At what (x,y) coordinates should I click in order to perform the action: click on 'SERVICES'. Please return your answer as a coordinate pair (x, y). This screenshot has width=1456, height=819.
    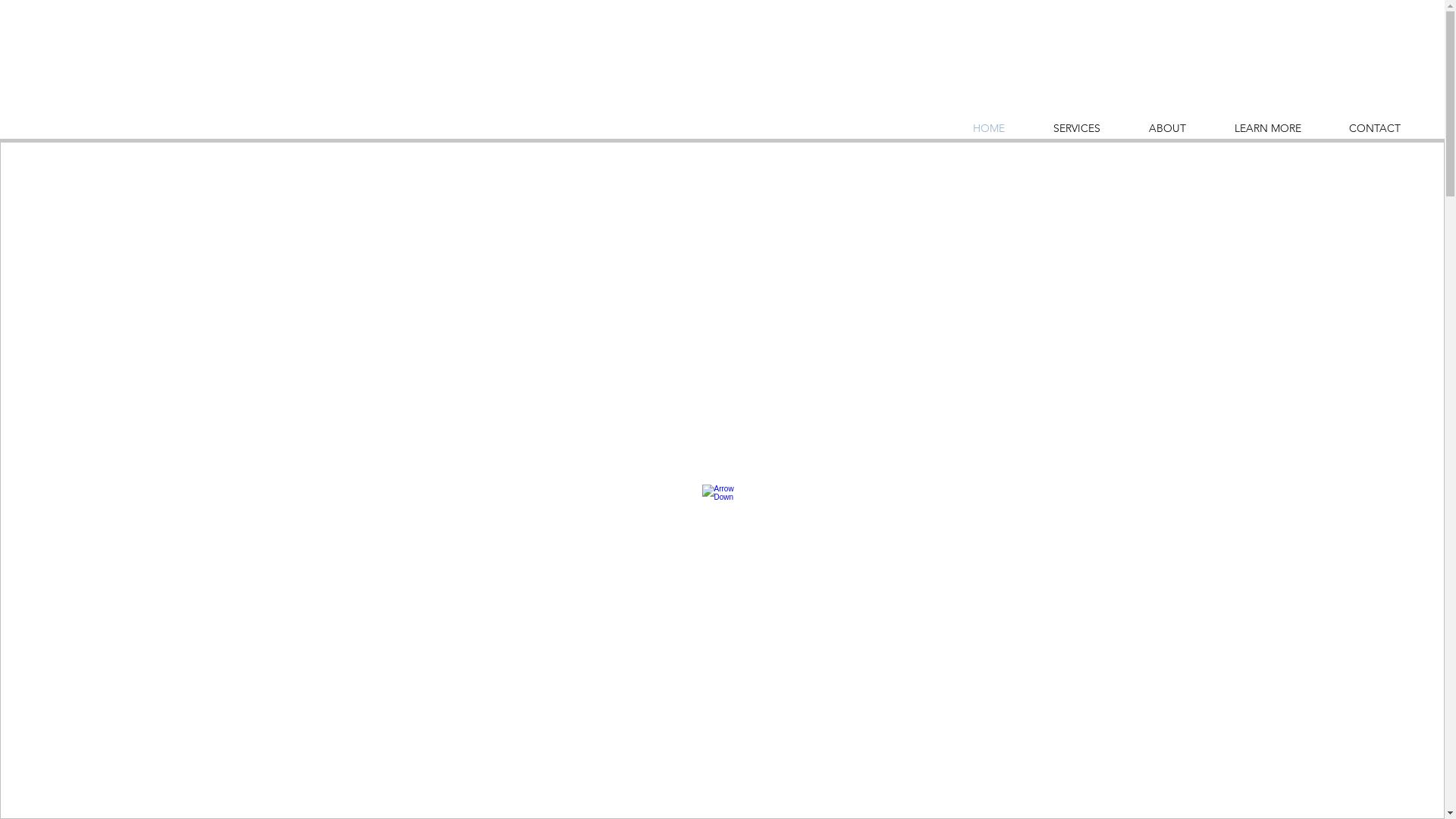
    Looking at the image, I should click on (1029, 127).